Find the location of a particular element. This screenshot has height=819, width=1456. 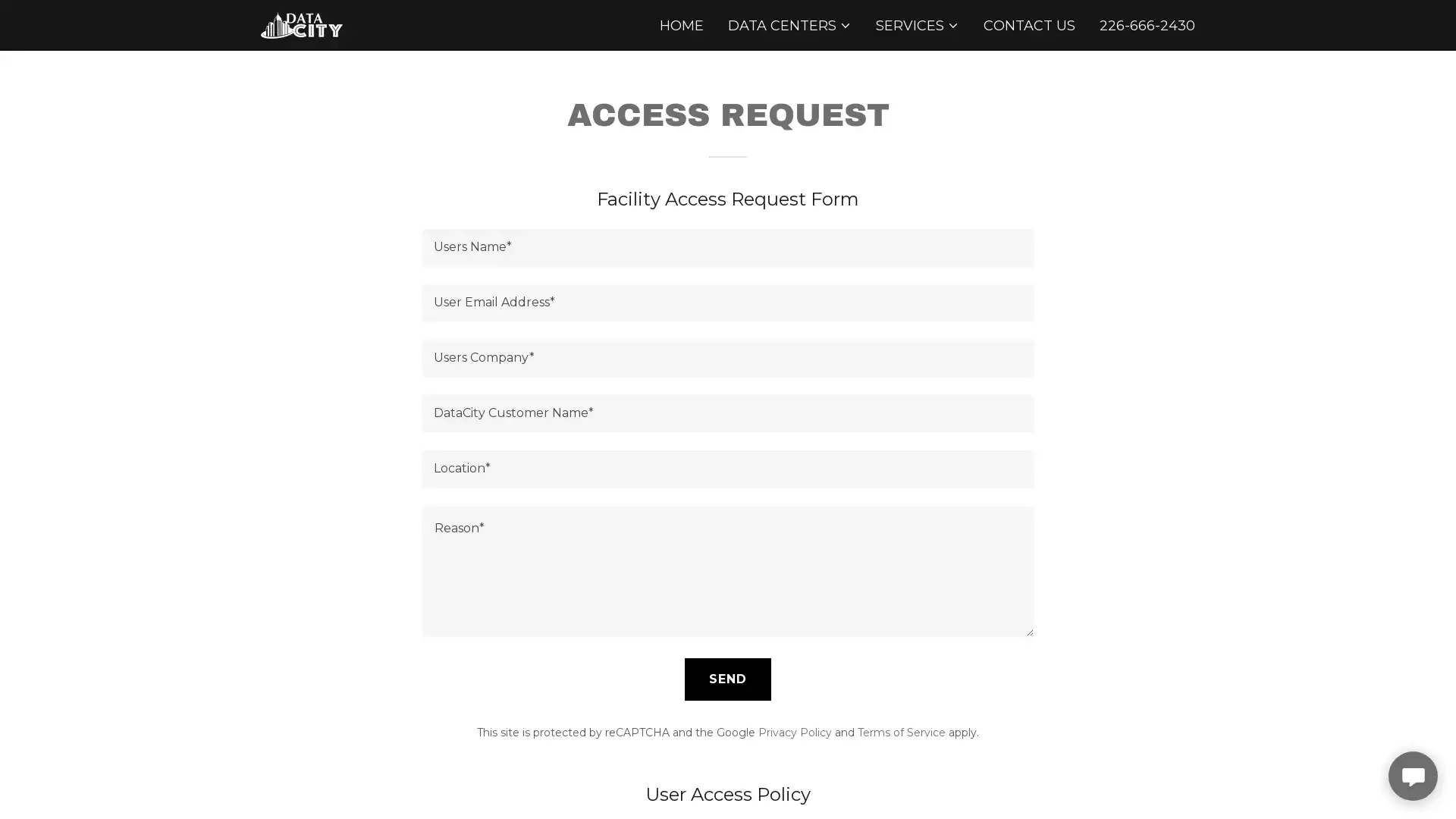

SEND is located at coordinates (726, 677).